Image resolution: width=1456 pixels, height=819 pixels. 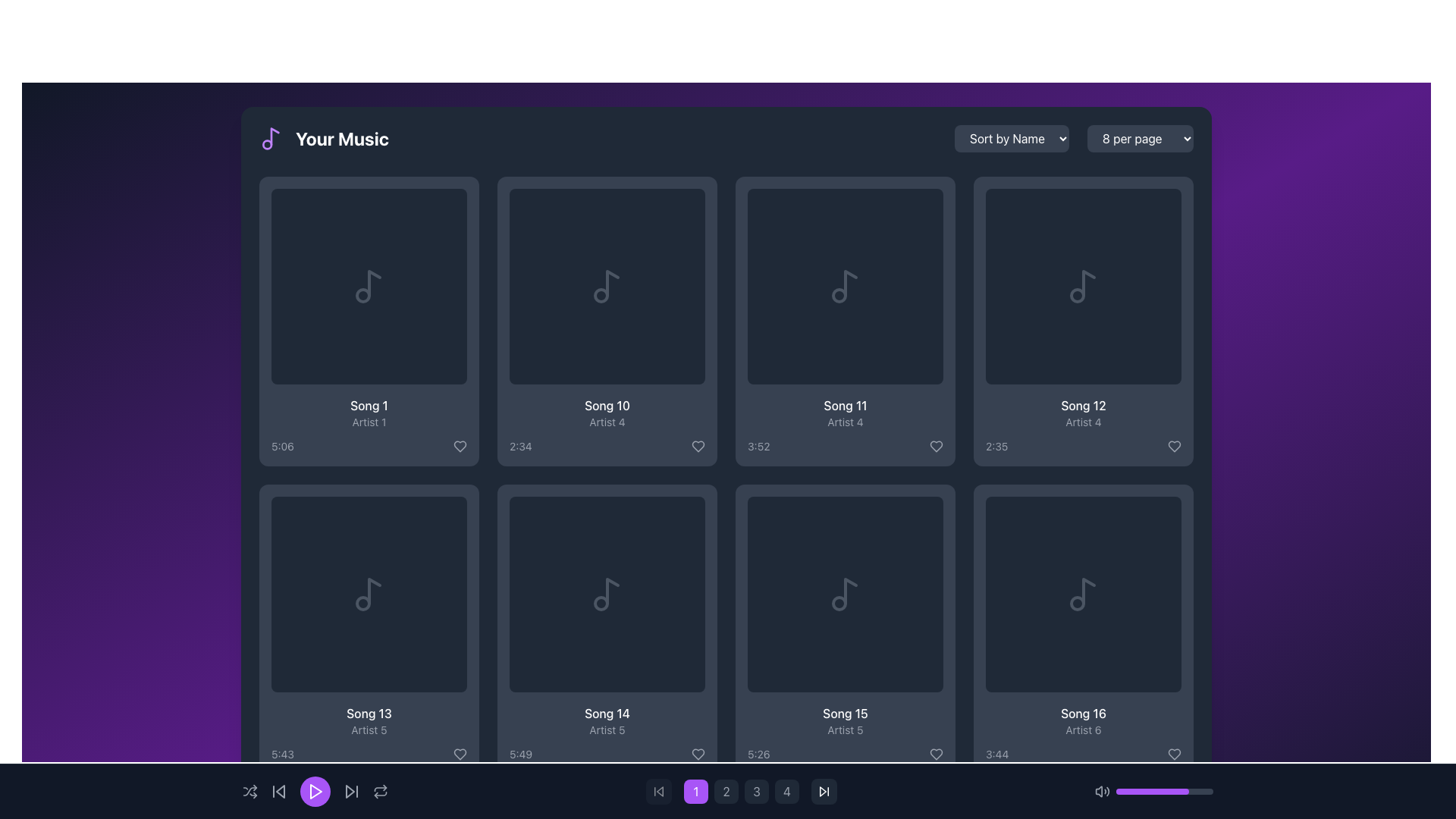 What do you see at coordinates (607, 730) in the screenshot?
I see `the text label displaying the name of the artist for 'Song 14', located in the lower portion of the card layout, directly below the song title and above the duration '5:49'` at bounding box center [607, 730].